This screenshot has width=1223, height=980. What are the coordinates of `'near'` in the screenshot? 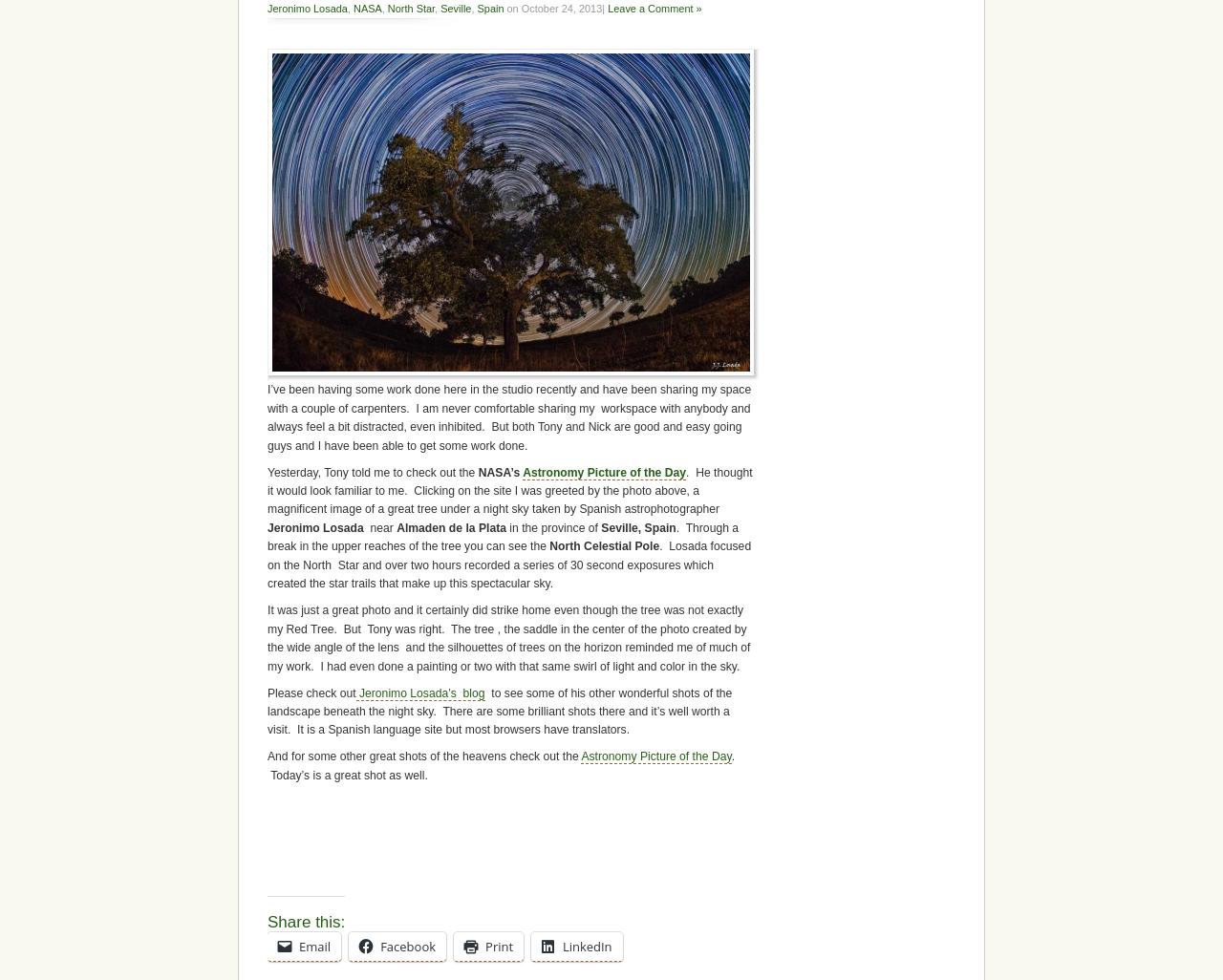 It's located at (379, 526).